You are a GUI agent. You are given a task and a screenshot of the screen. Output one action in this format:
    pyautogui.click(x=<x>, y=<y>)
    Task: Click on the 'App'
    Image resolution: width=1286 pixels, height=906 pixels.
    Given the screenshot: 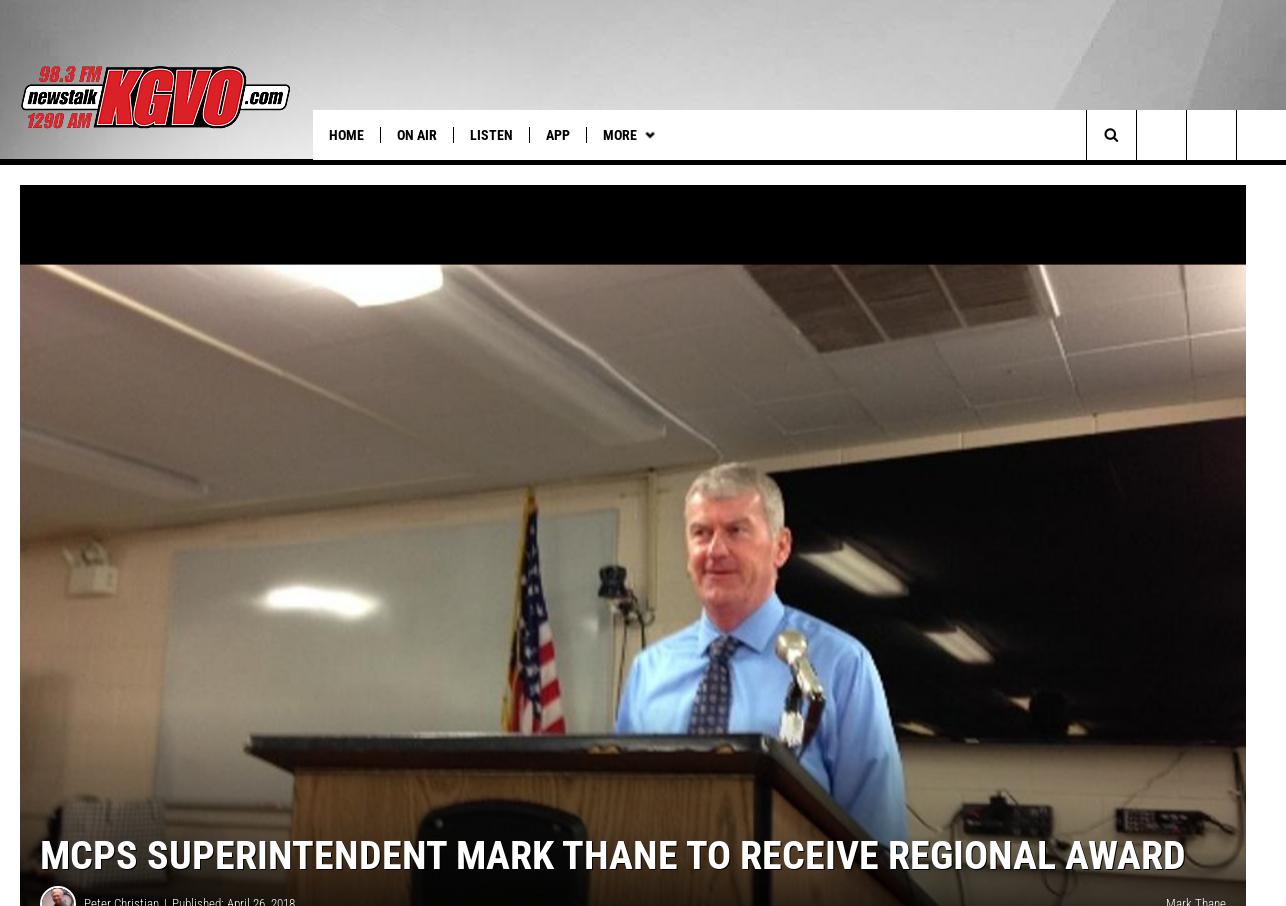 What is the action you would take?
    pyautogui.click(x=556, y=133)
    